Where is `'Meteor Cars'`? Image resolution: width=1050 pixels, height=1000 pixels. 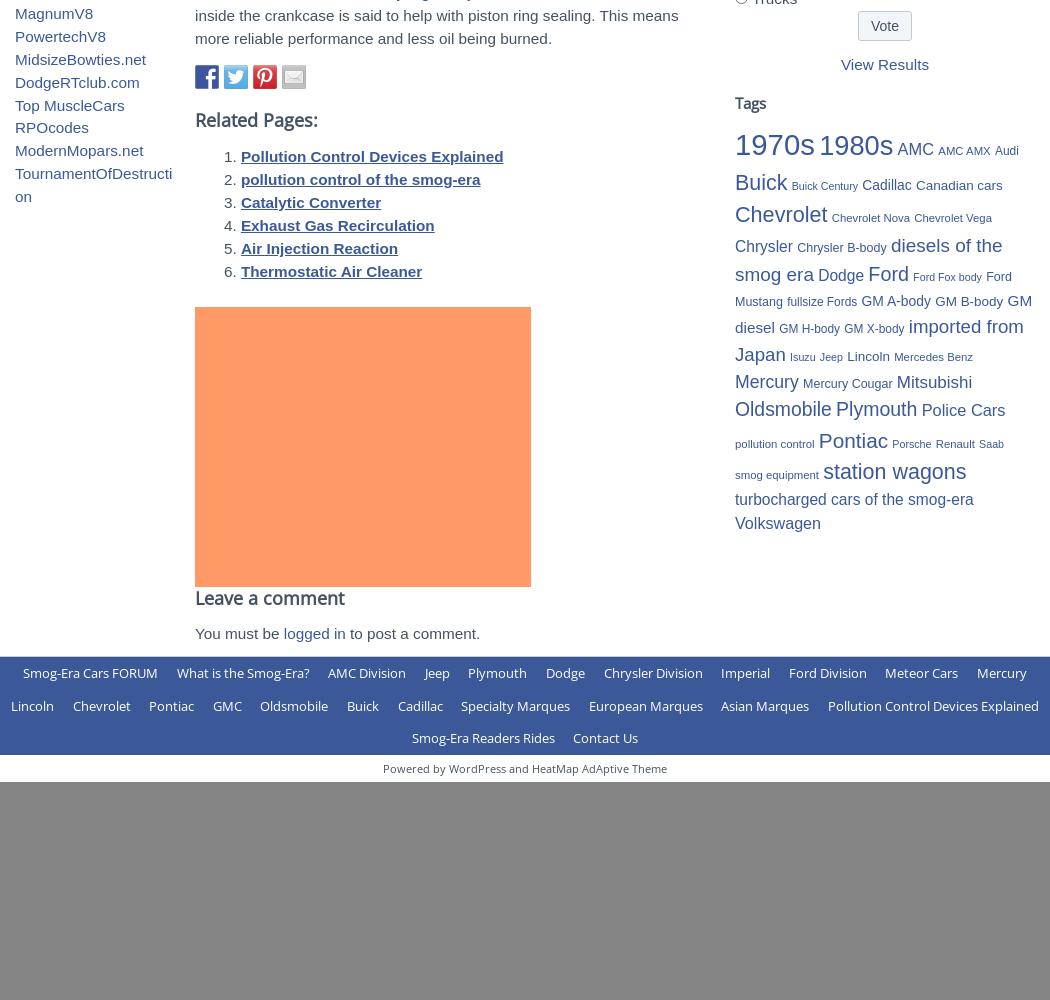 'Meteor Cars' is located at coordinates (921, 673).